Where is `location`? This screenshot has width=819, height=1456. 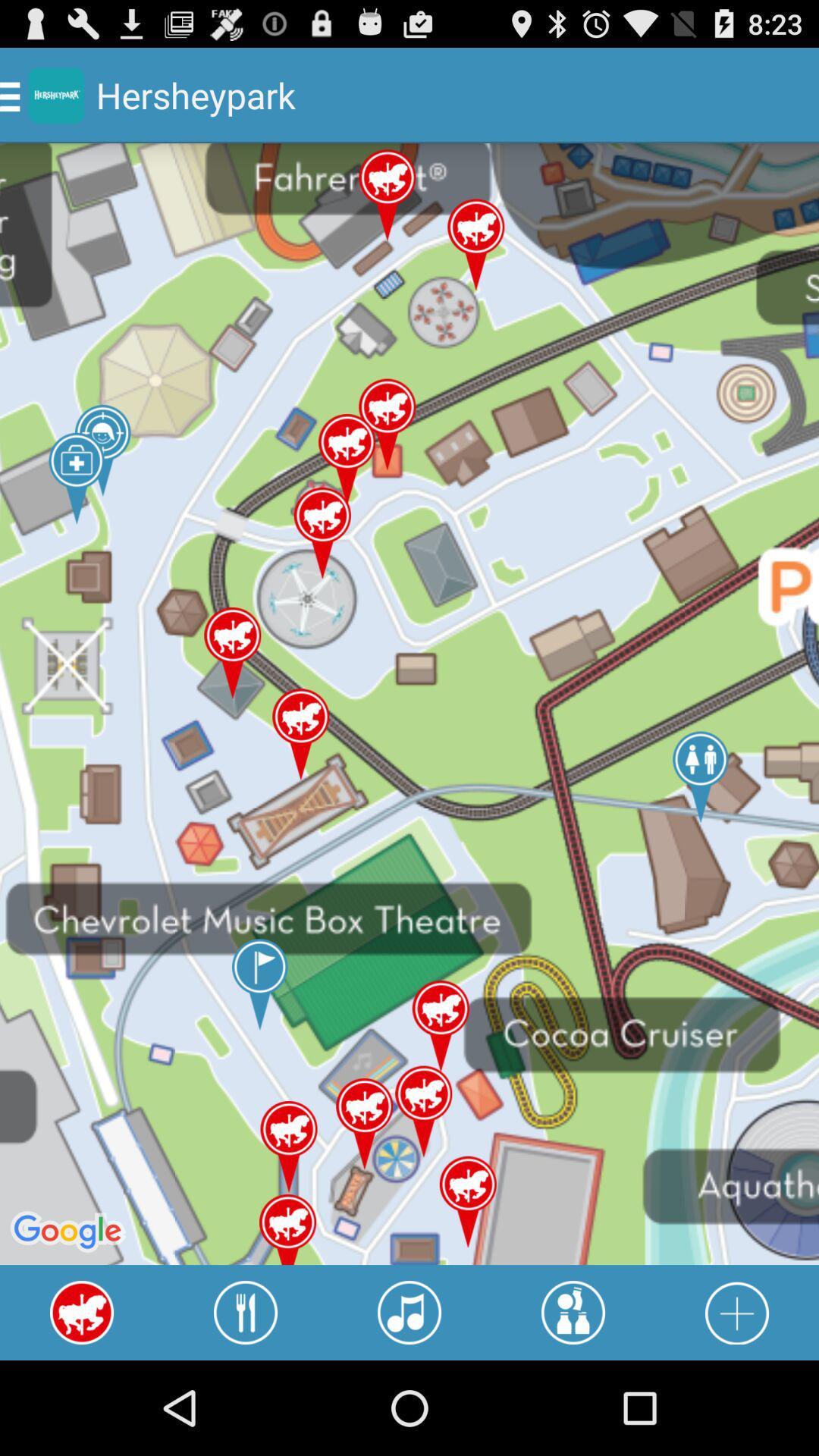
location is located at coordinates (736, 1312).